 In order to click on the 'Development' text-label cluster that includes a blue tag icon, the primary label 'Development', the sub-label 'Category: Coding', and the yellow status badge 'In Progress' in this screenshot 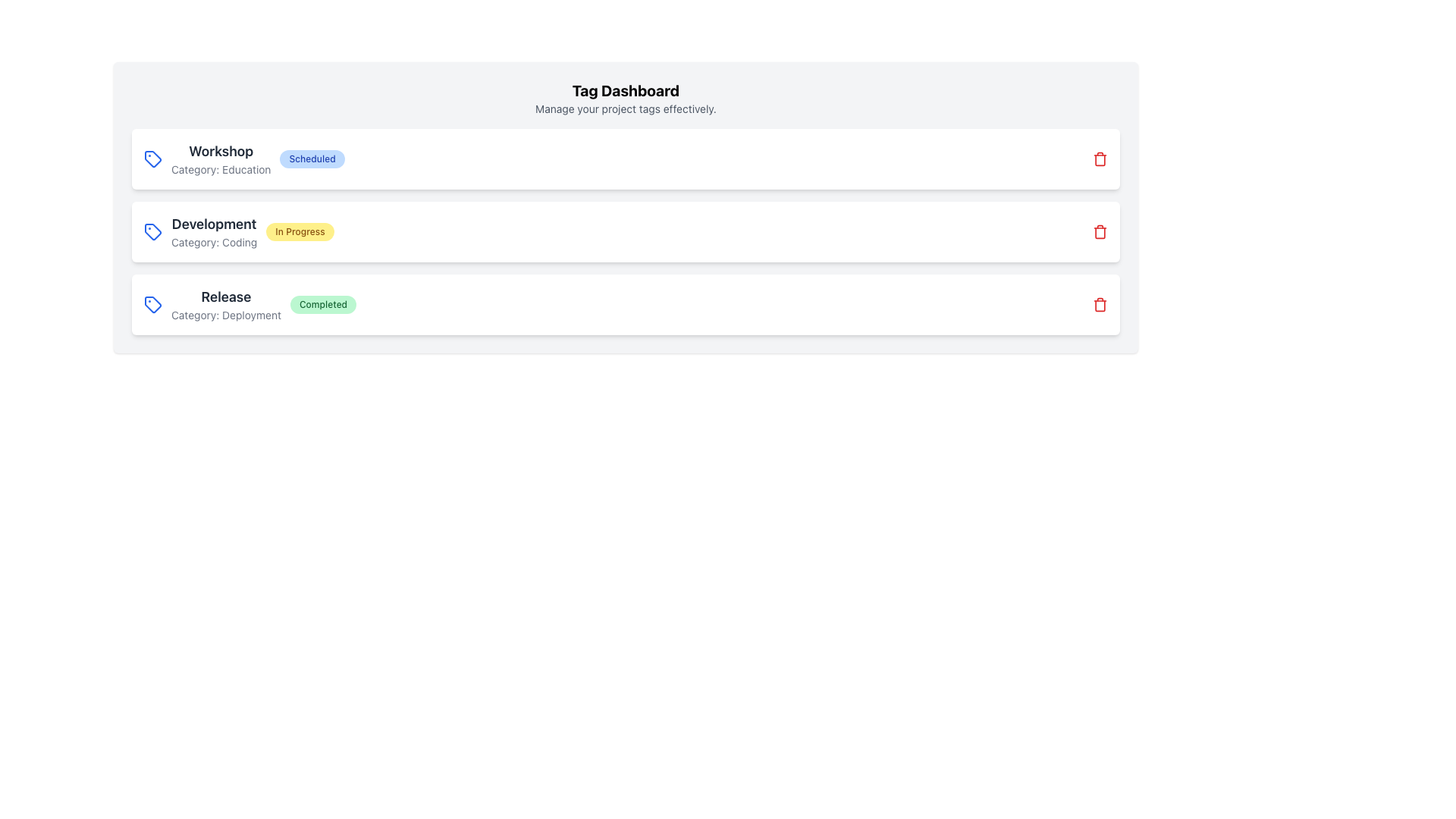, I will do `click(238, 231)`.